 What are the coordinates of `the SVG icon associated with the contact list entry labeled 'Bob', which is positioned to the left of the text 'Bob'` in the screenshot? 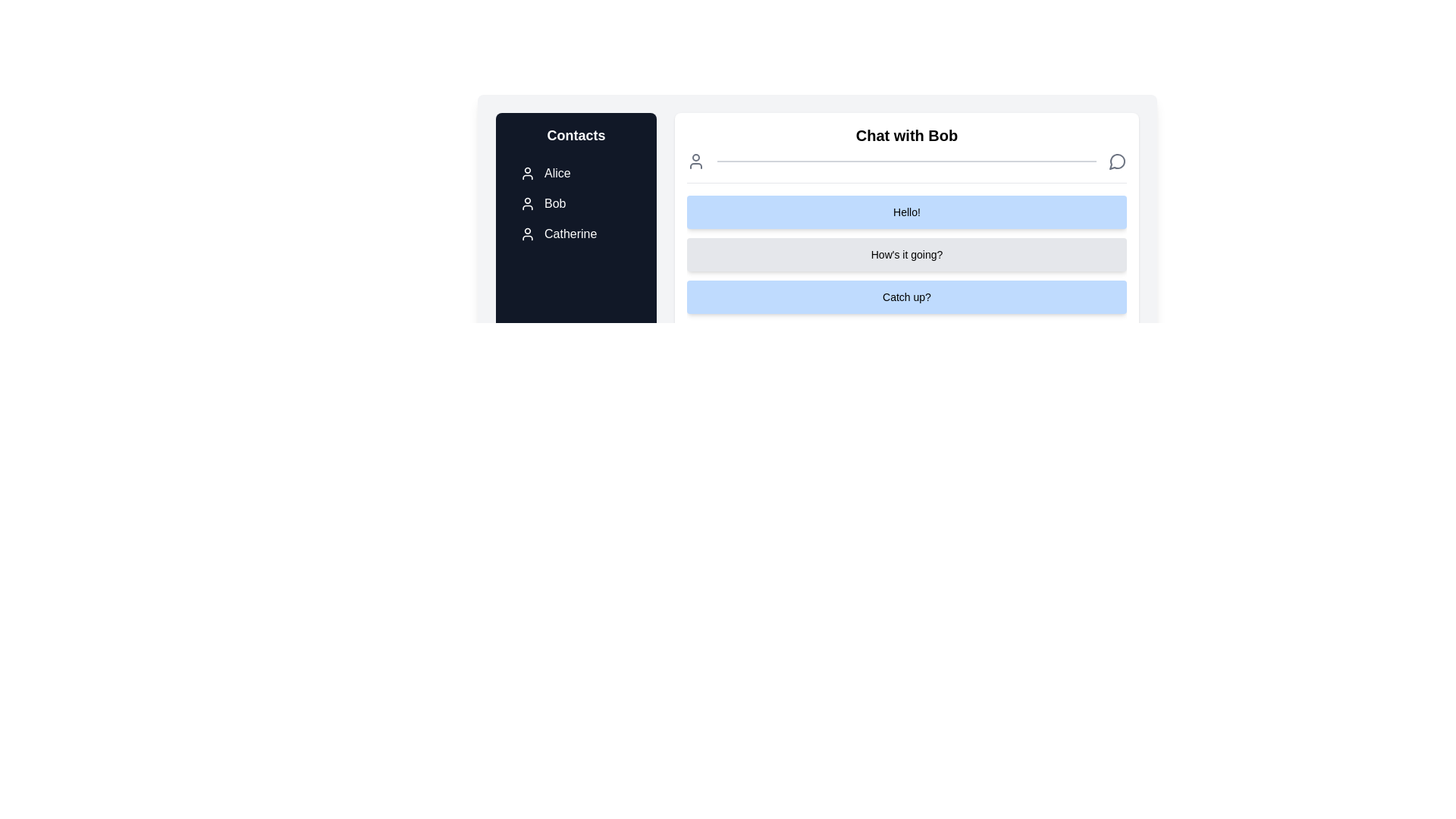 It's located at (528, 203).